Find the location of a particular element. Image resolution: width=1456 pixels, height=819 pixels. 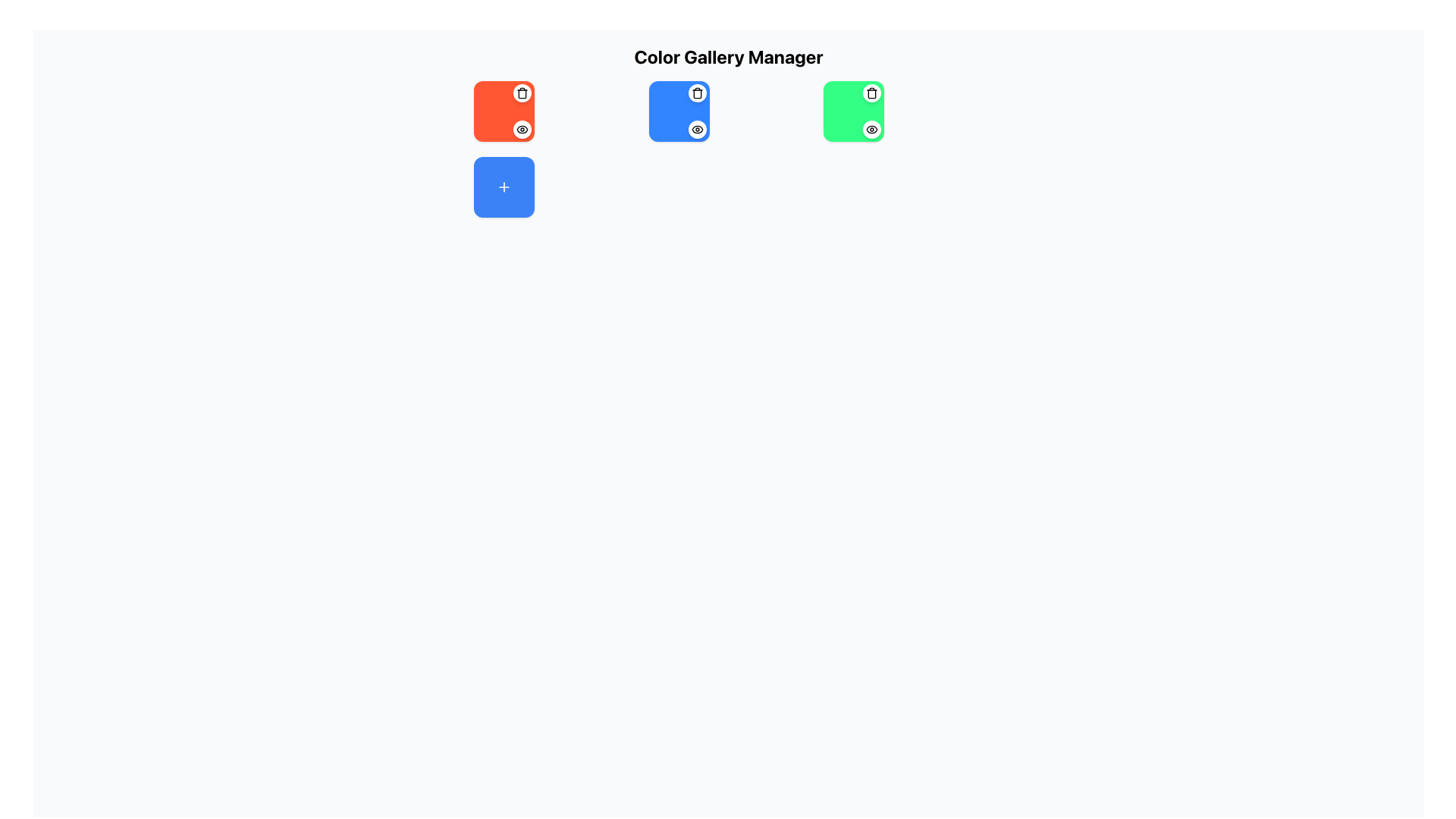

the 'eye' button located at the bottom-right corner of the blue square in the middle column of the Color Gallery Manager interface is located at coordinates (696, 128).